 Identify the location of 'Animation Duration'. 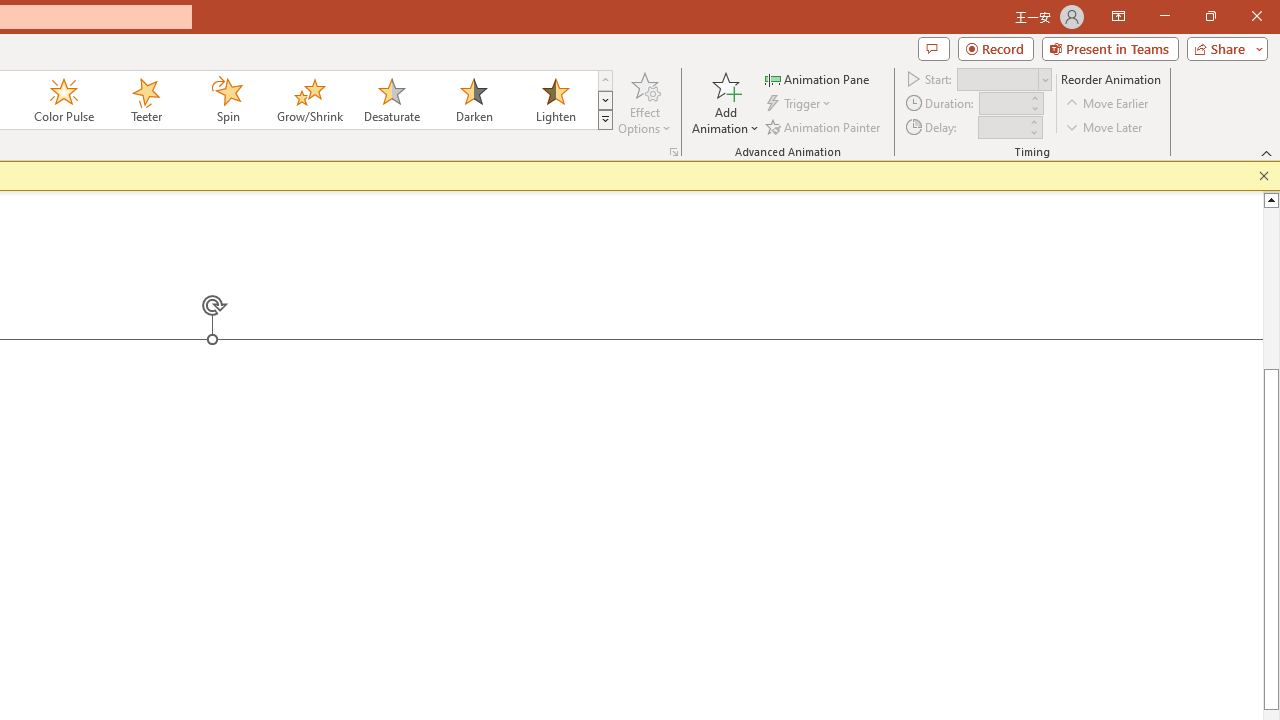
(1003, 103).